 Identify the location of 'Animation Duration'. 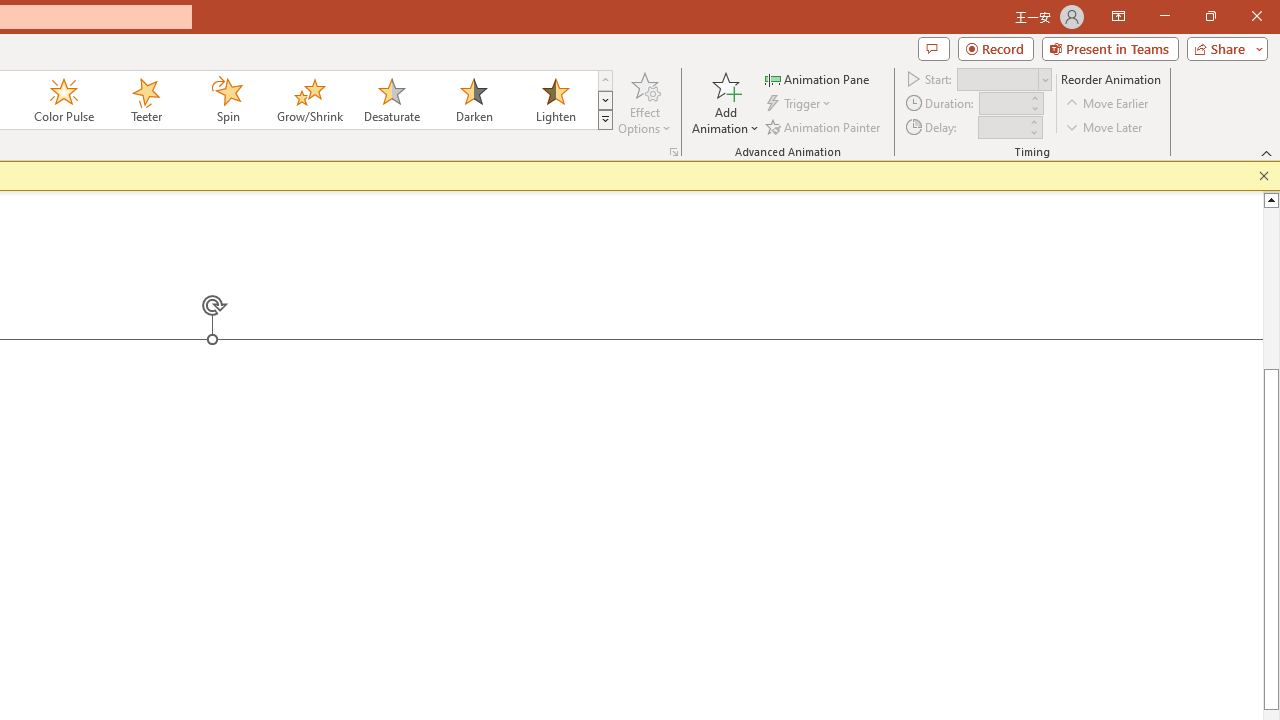
(1003, 103).